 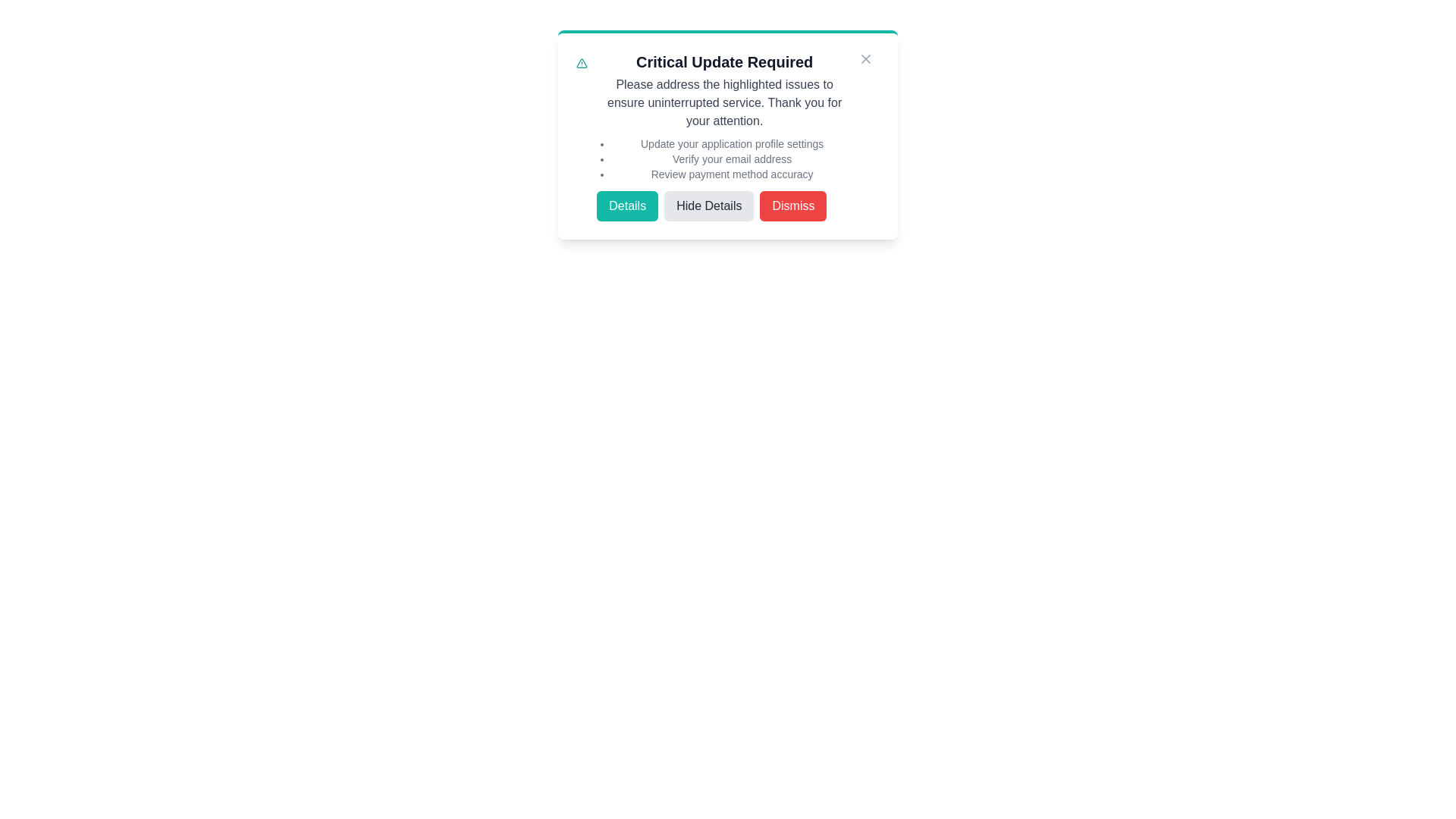 What do you see at coordinates (627, 206) in the screenshot?
I see `the rounded rectangular button with a teal background and white text reading 'Details'` at bounding box center [627, 206].